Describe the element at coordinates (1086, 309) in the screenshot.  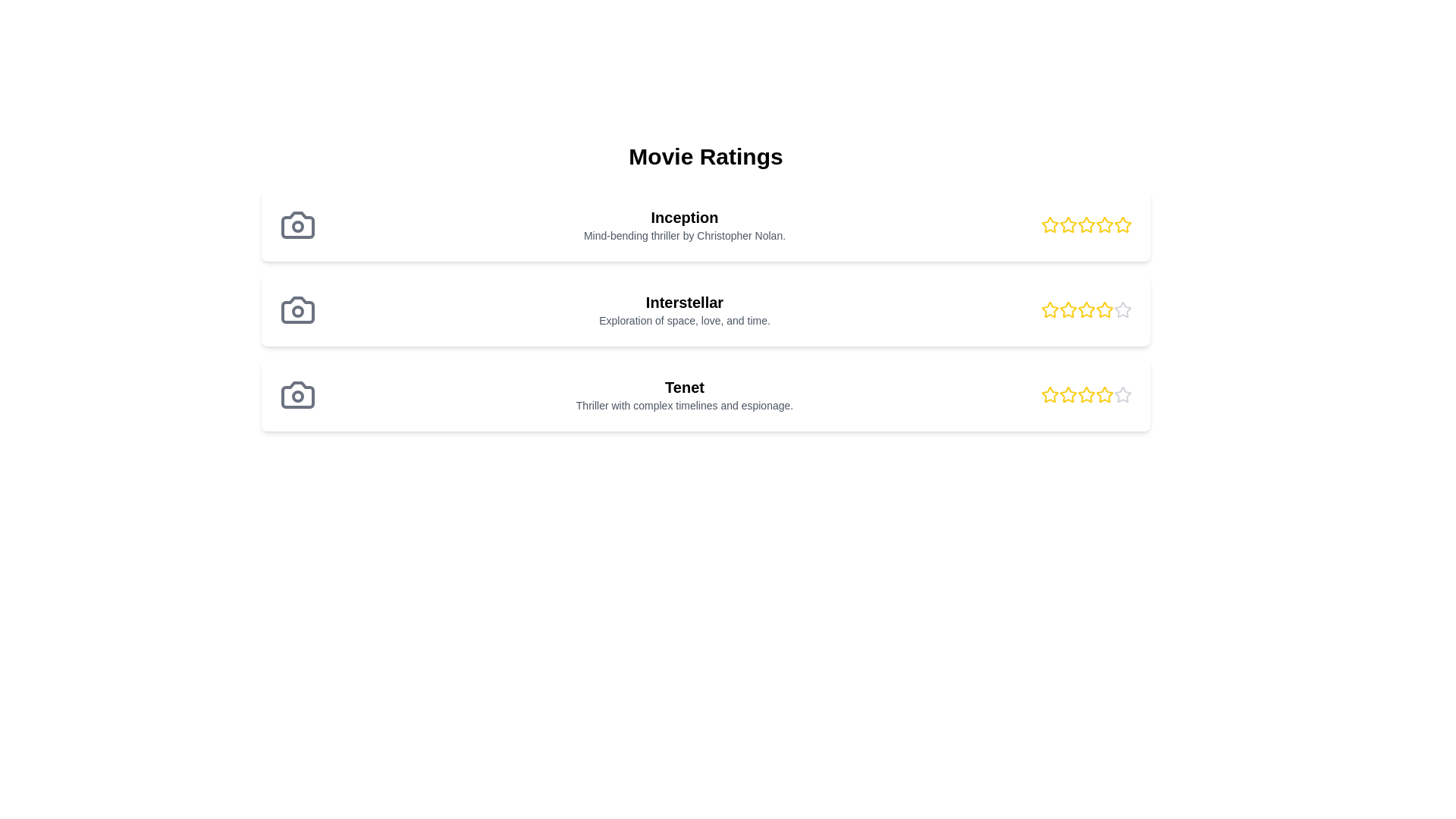
I see `the third rating star icon for the 'Interstellar' item` at that location.